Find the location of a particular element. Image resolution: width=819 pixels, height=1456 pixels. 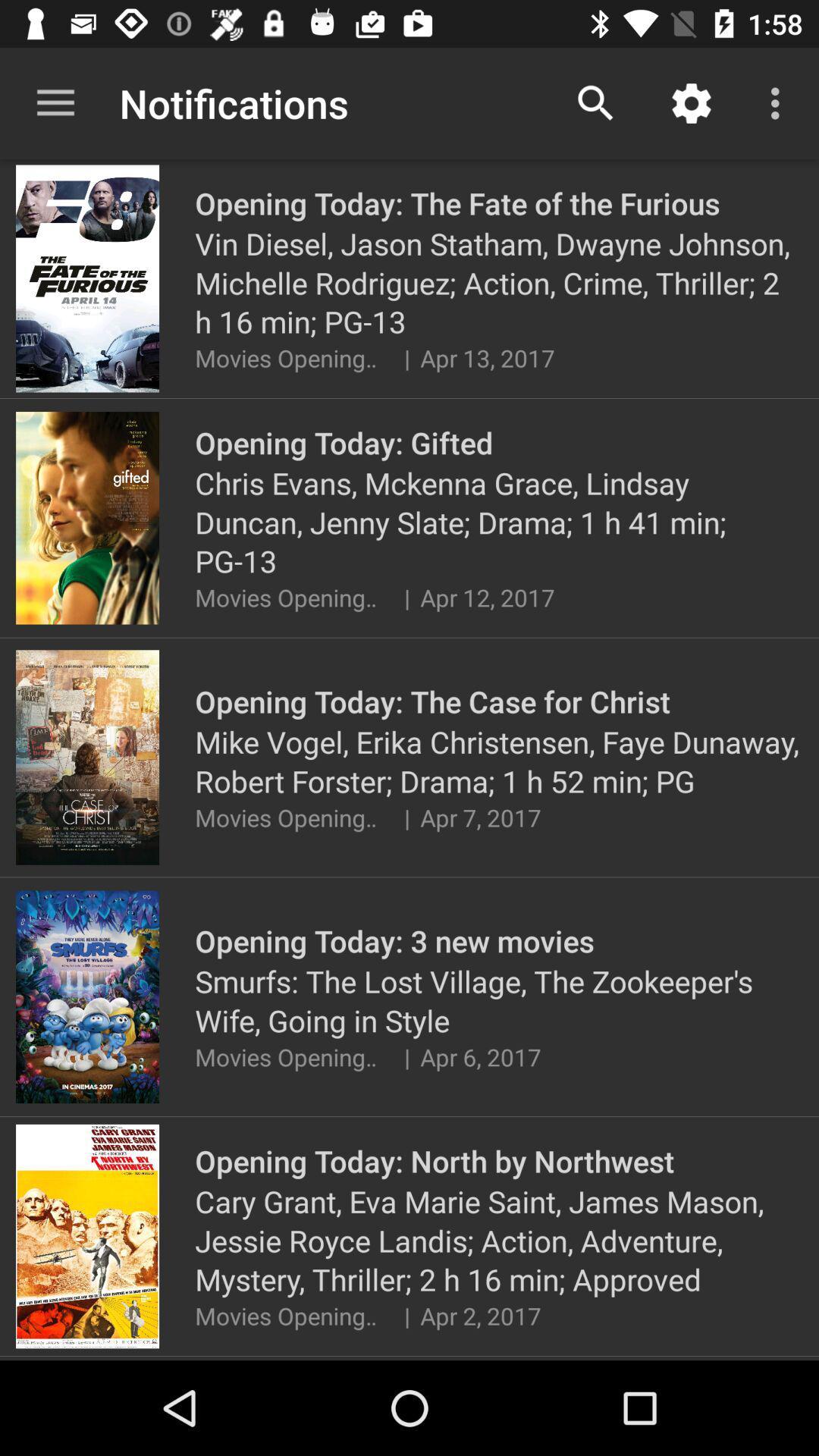

item to the right of movies opening today icon is located at coordinates (406, 1056).